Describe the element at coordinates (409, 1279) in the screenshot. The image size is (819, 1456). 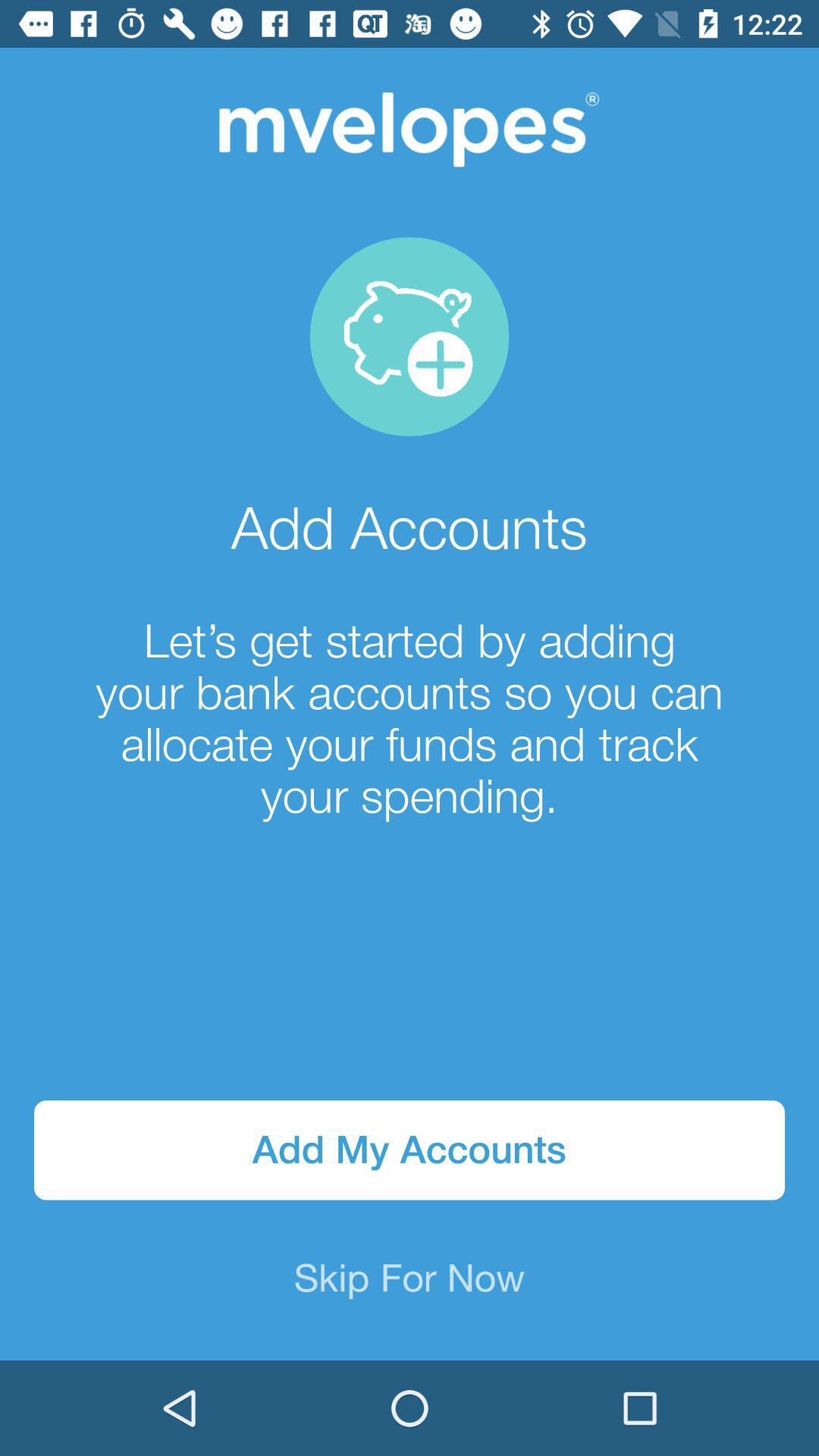
I see `skip for now item` at that location.